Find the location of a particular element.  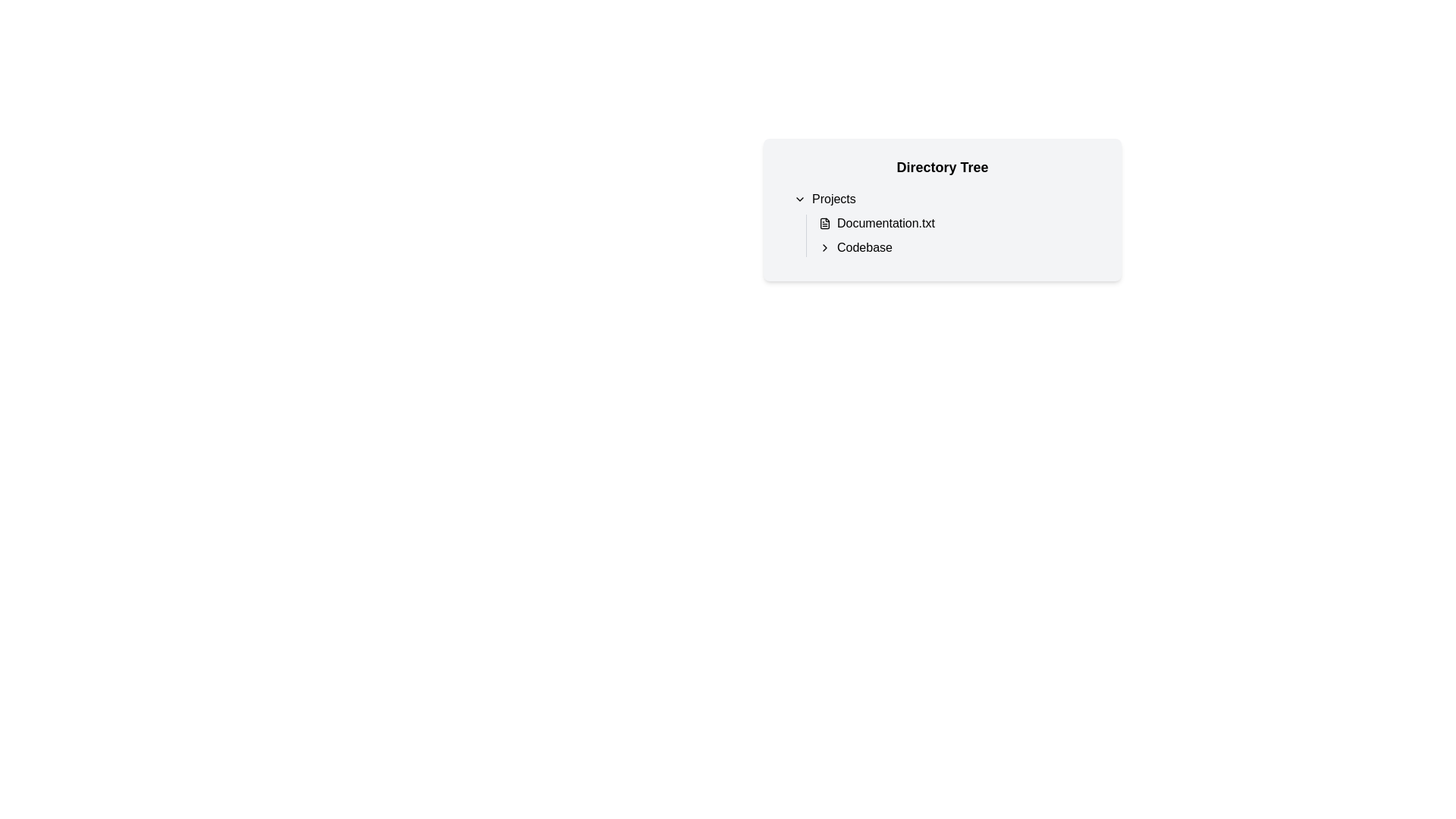

the graphical icon resembling a text file, which is positioned to the left of the text label 'Documentation.txt' in the directory tree under 'Projects' is located at coordinates (824, 223).